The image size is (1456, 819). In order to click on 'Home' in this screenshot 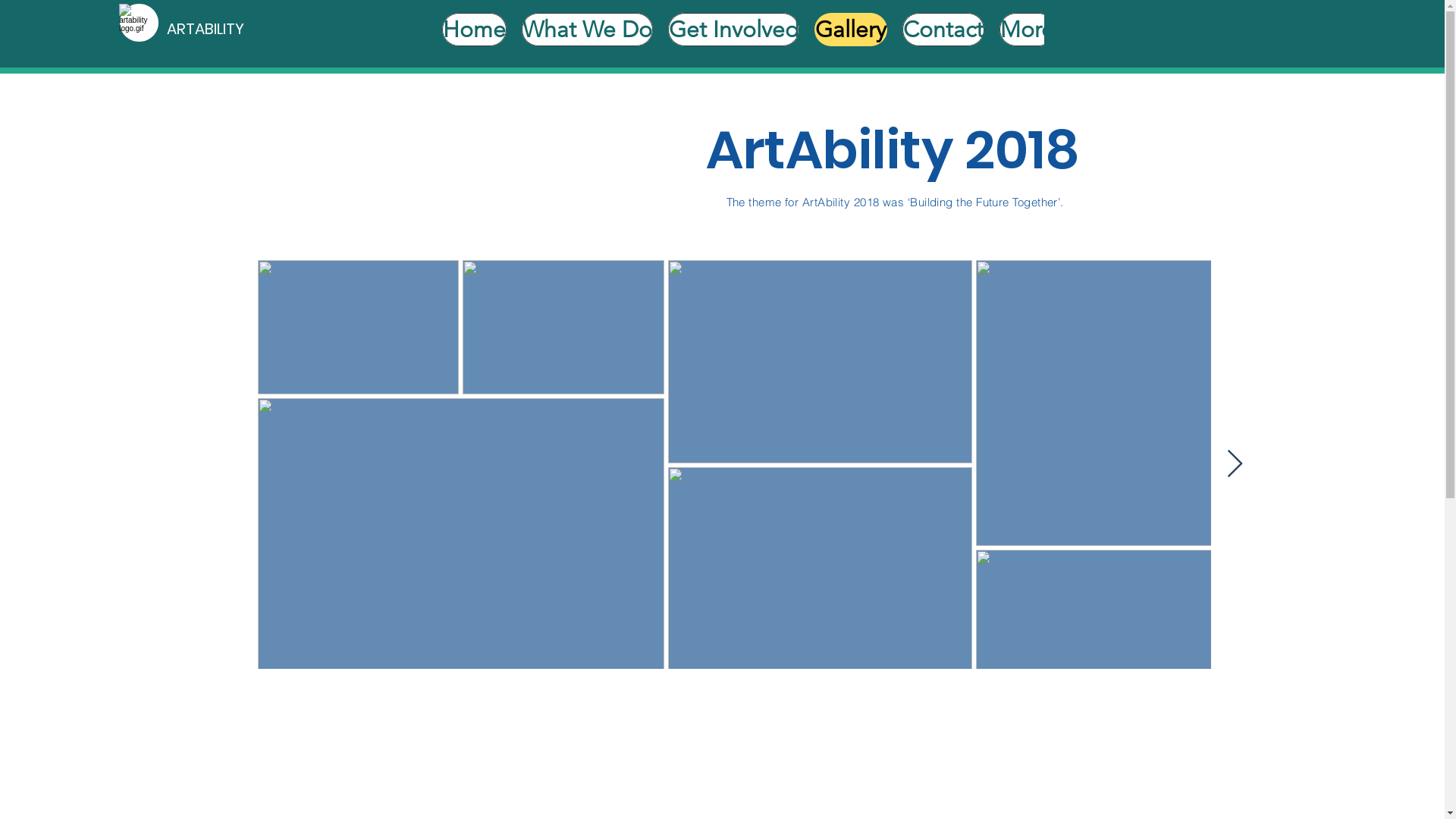, I will do `click(441, 33)`.